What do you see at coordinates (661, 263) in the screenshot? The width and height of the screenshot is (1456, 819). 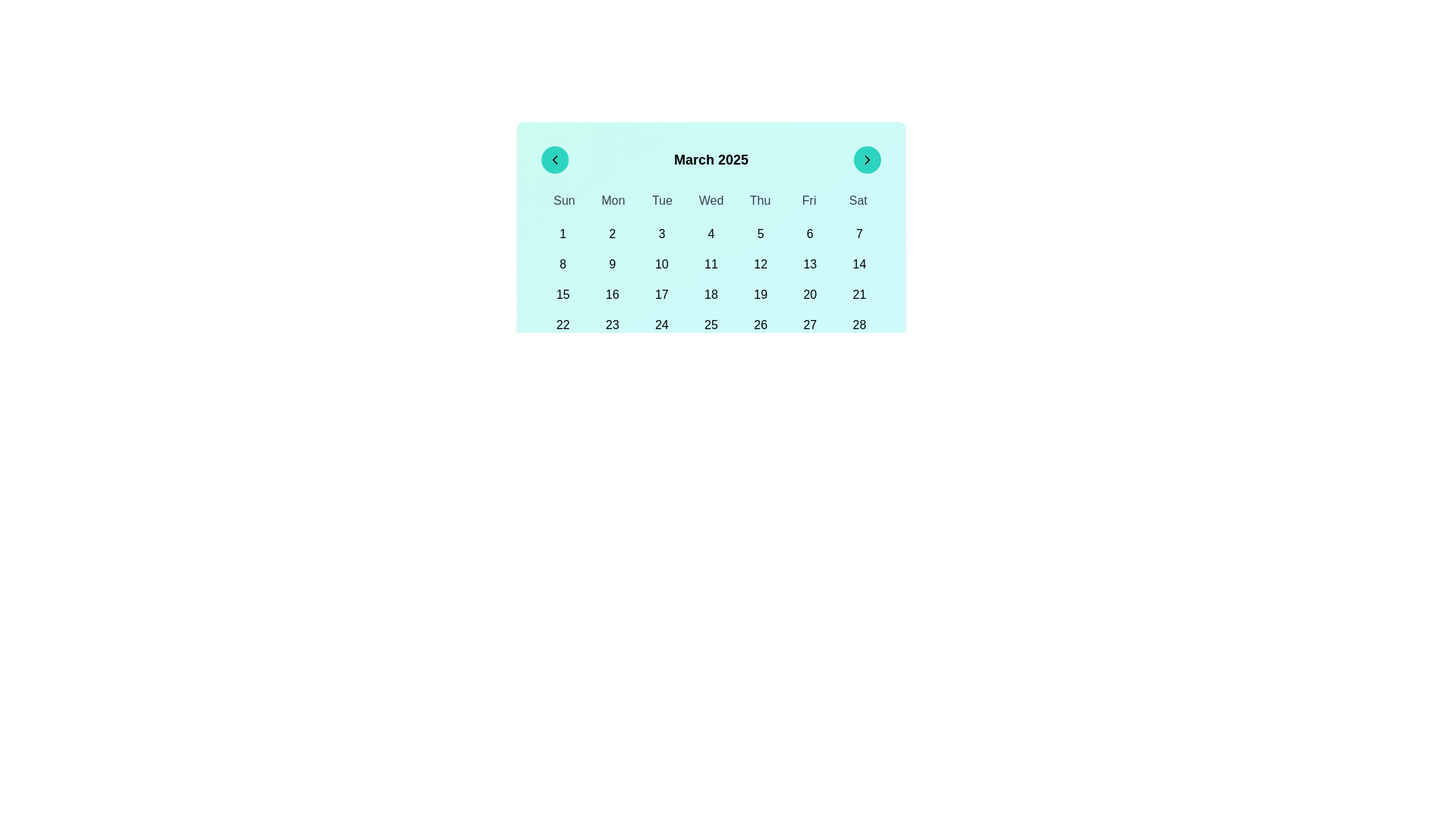 I see `the selectable date button for the 10th day of the month` at bounding box center [661, 263].